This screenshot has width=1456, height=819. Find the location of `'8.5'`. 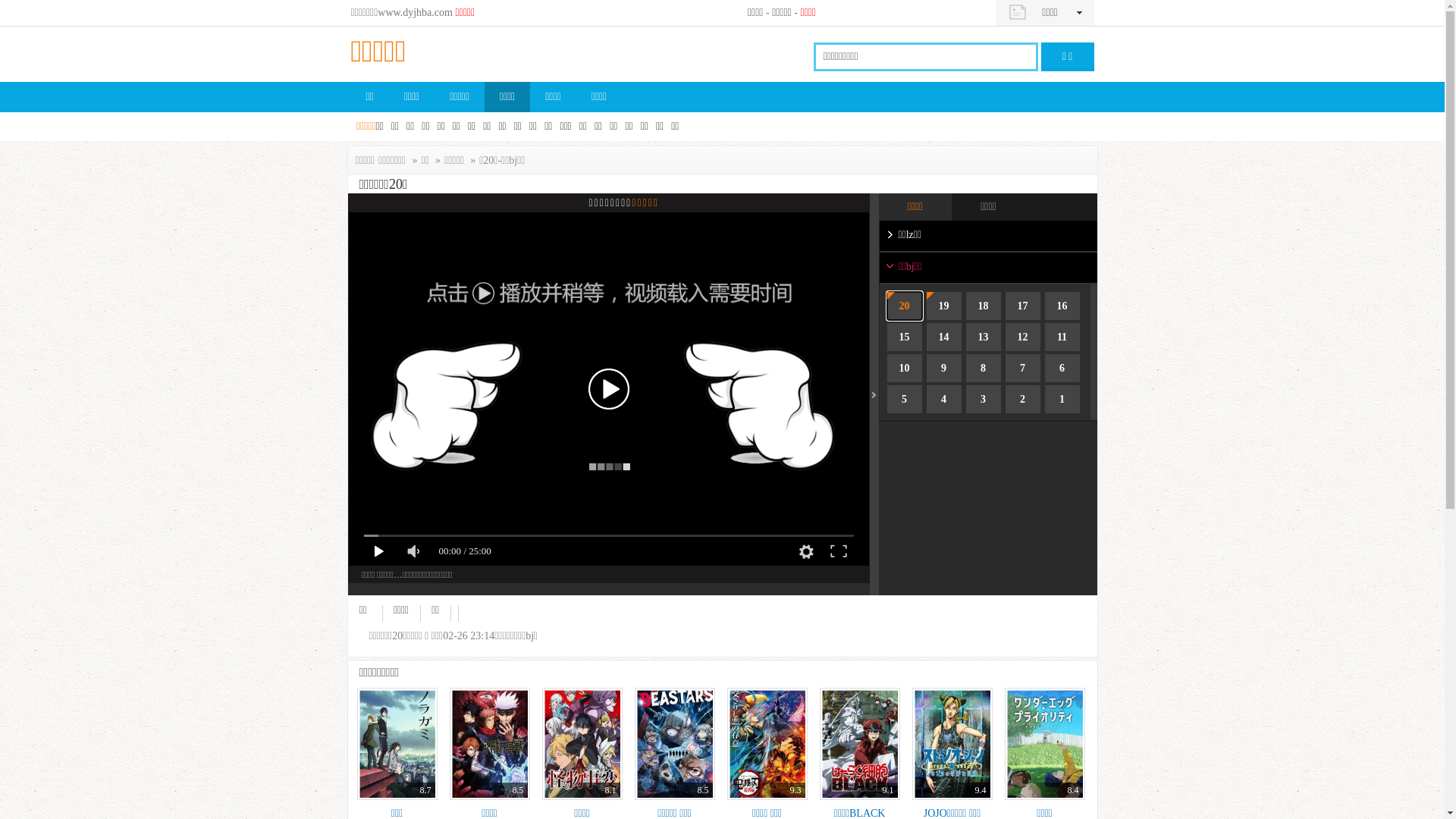

'8.5' is located at coordinates (673, 742).